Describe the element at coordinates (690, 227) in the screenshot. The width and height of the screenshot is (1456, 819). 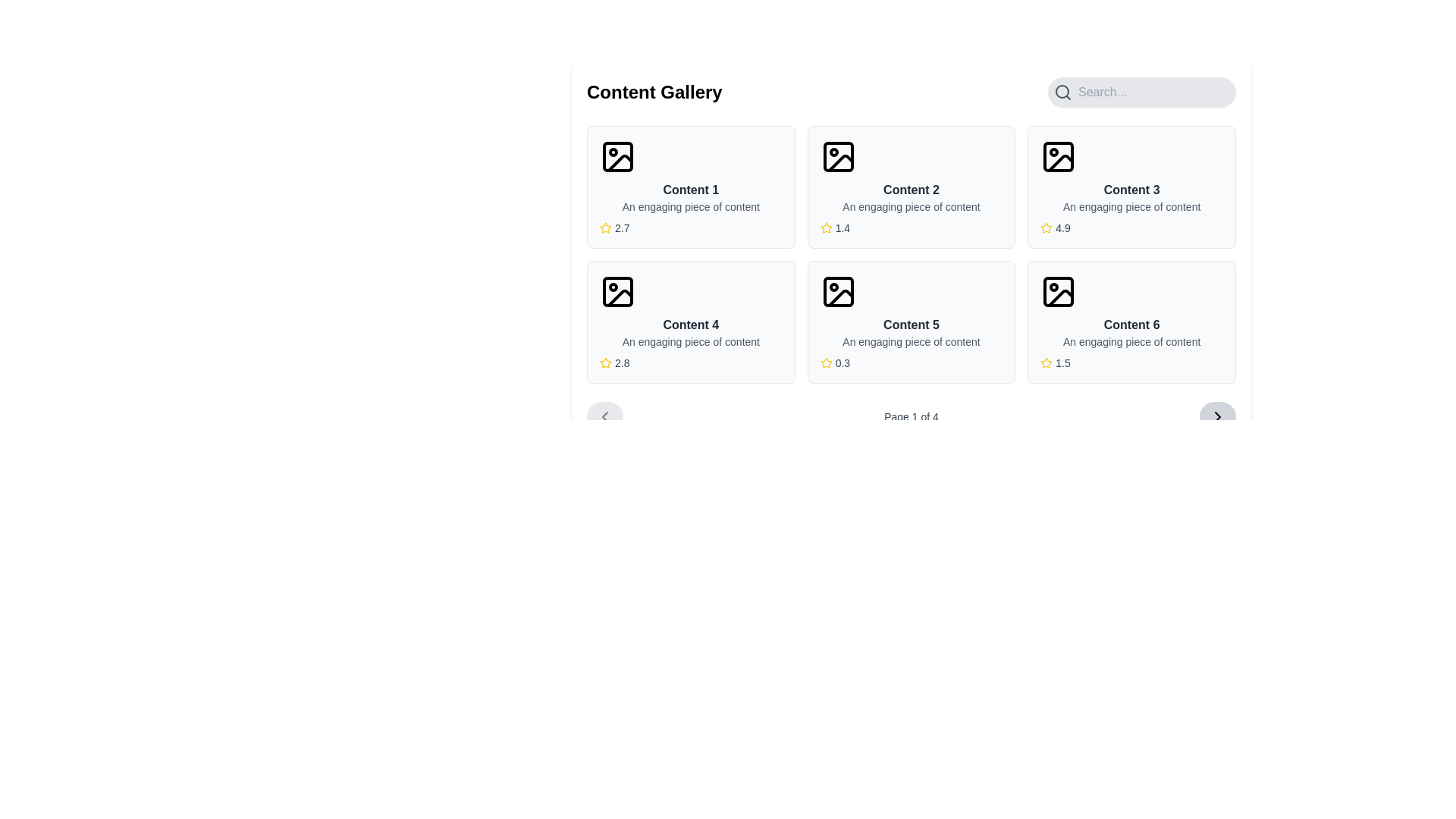
I see `the yellow star graphic in the Rating component located at the bottom-left corner of the 'Content 1' card within the 'Content Gallery', which displays a rating of '2.7'` at that location.